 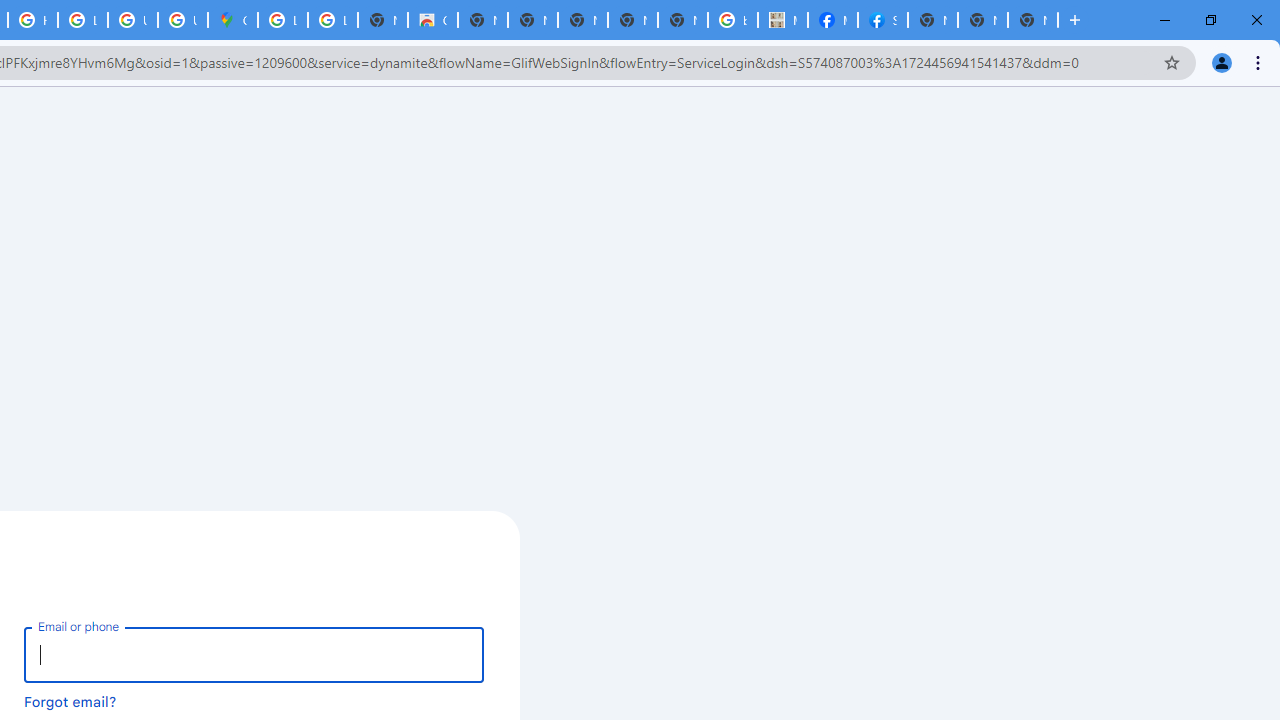 What do you see at coordinates (781, 20) in the screenshot?
I see `'MILEY CYRUS.'` at bounding box center [781, 20].